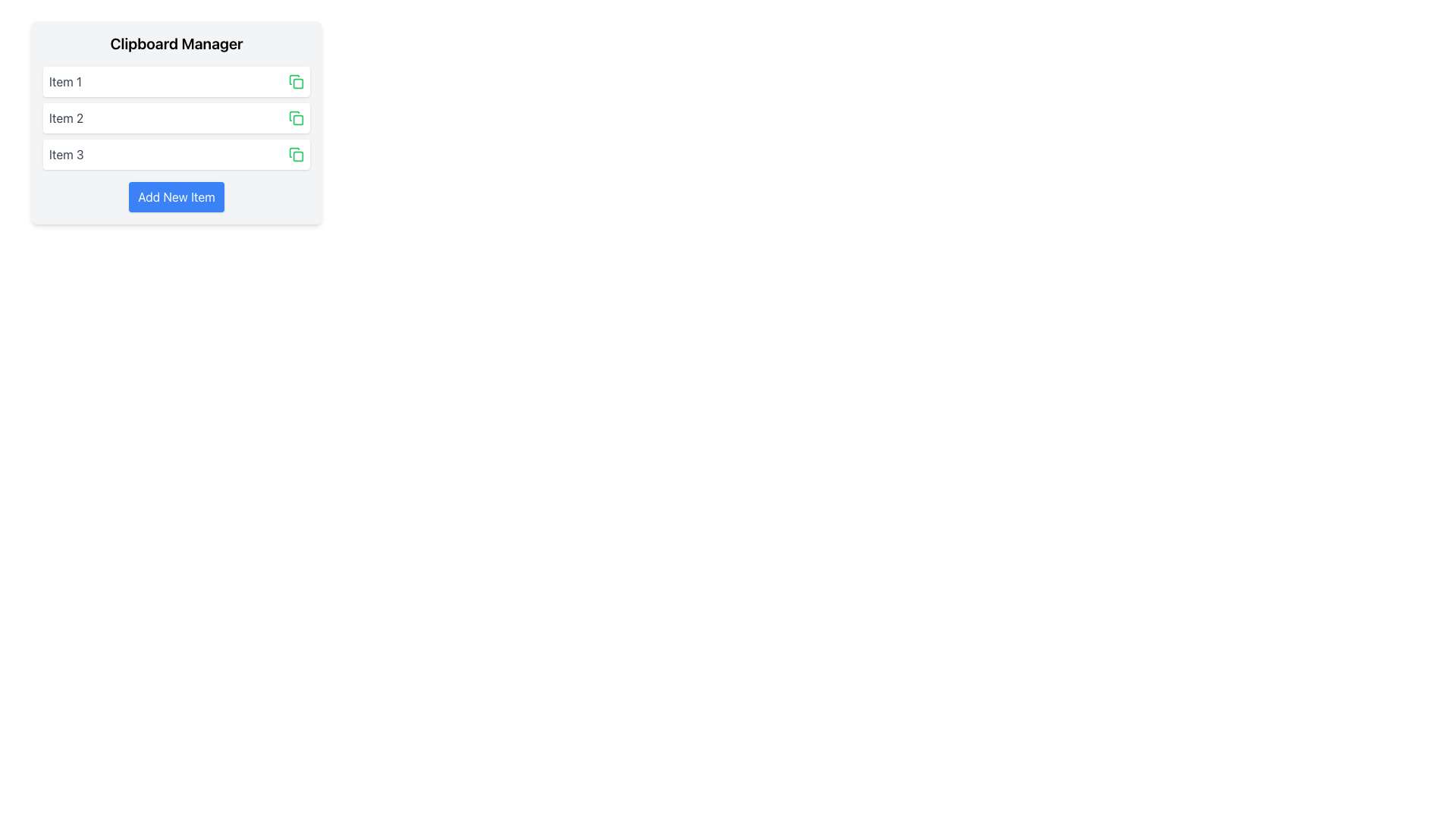  Describe the element at coordinates (176, 196) in the screenshot. I see `the rectangular blue button labeled 'Add New Item' located at the bottom center of the 'Clipboard Manager' panel to initiate adding a new item` at that location.